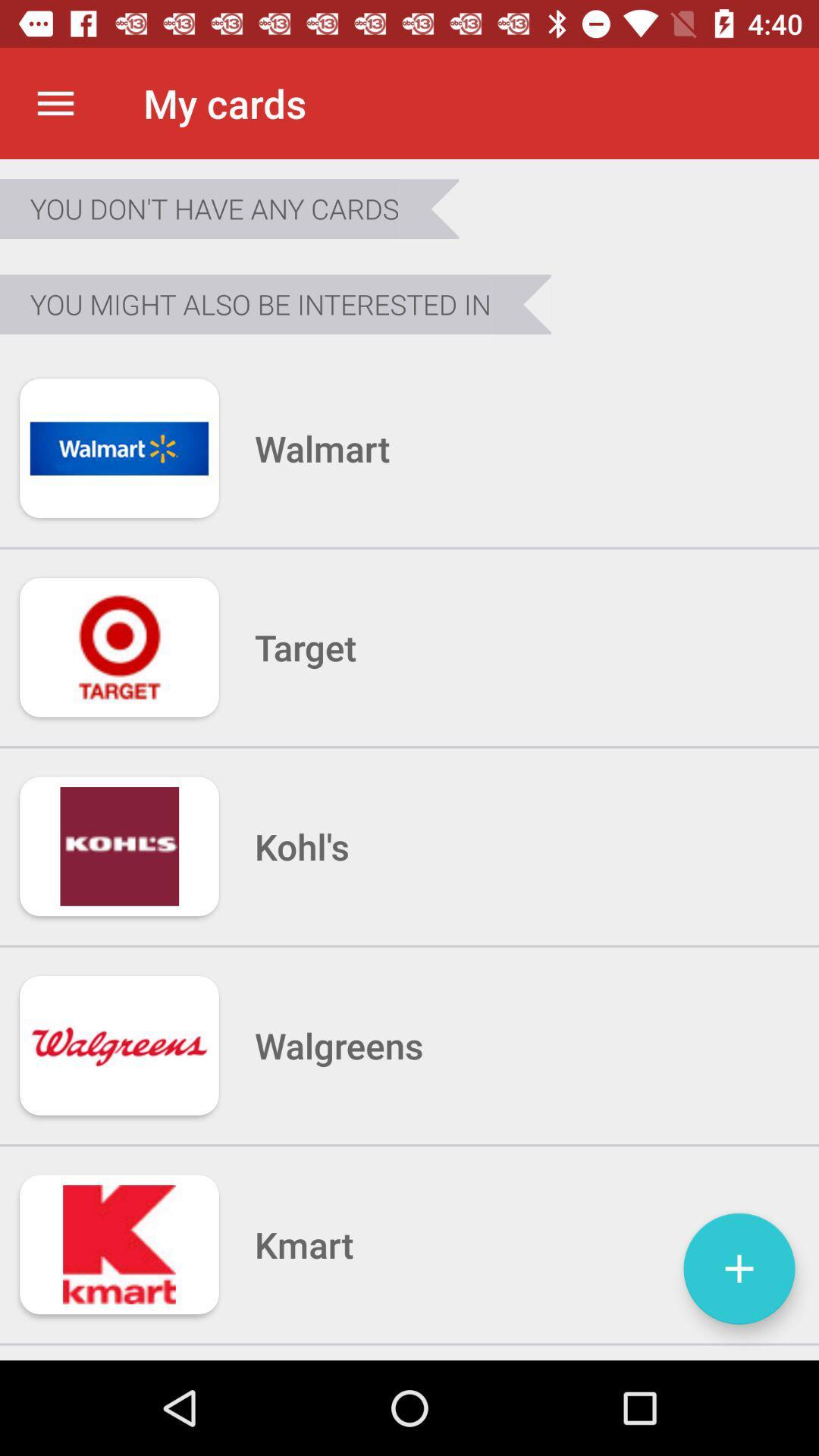 The width and height of the screenshot is (819, 1456). What do you see at coordinates (739, 1269) in the screenshot?
I see `icon next to kmart item` at bounding box center [739, 1269].